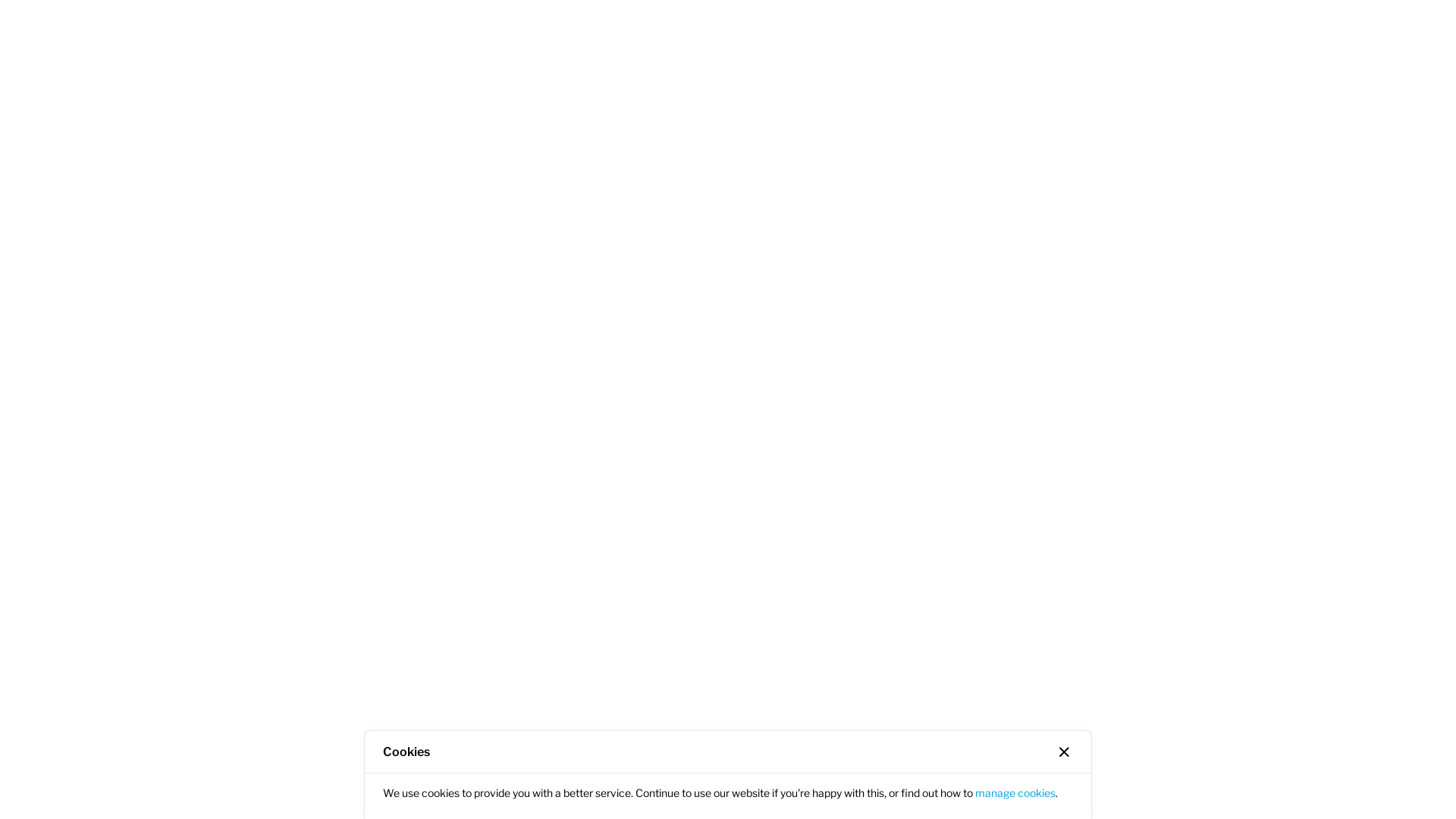 The image size is (1456, 819). What do you see at coordinates (1015, 792) in the screenshot?
I see `'manage cookies'` at bounding box center [1015, 792].